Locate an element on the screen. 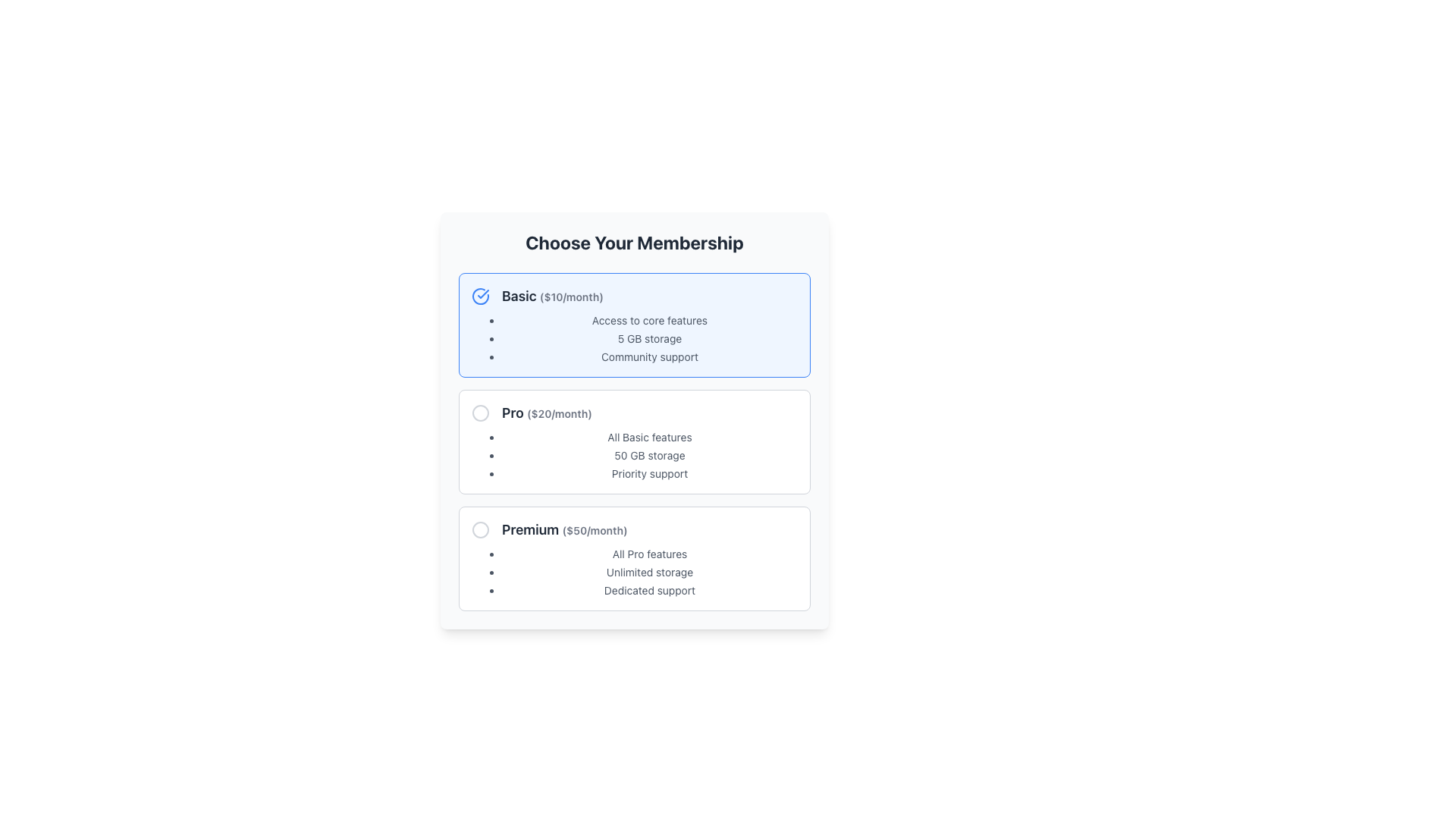  the text label indicating the features of the 'Pro' membership plan, which states it includes all features of the basic plan is located at coordinates (650, 438).